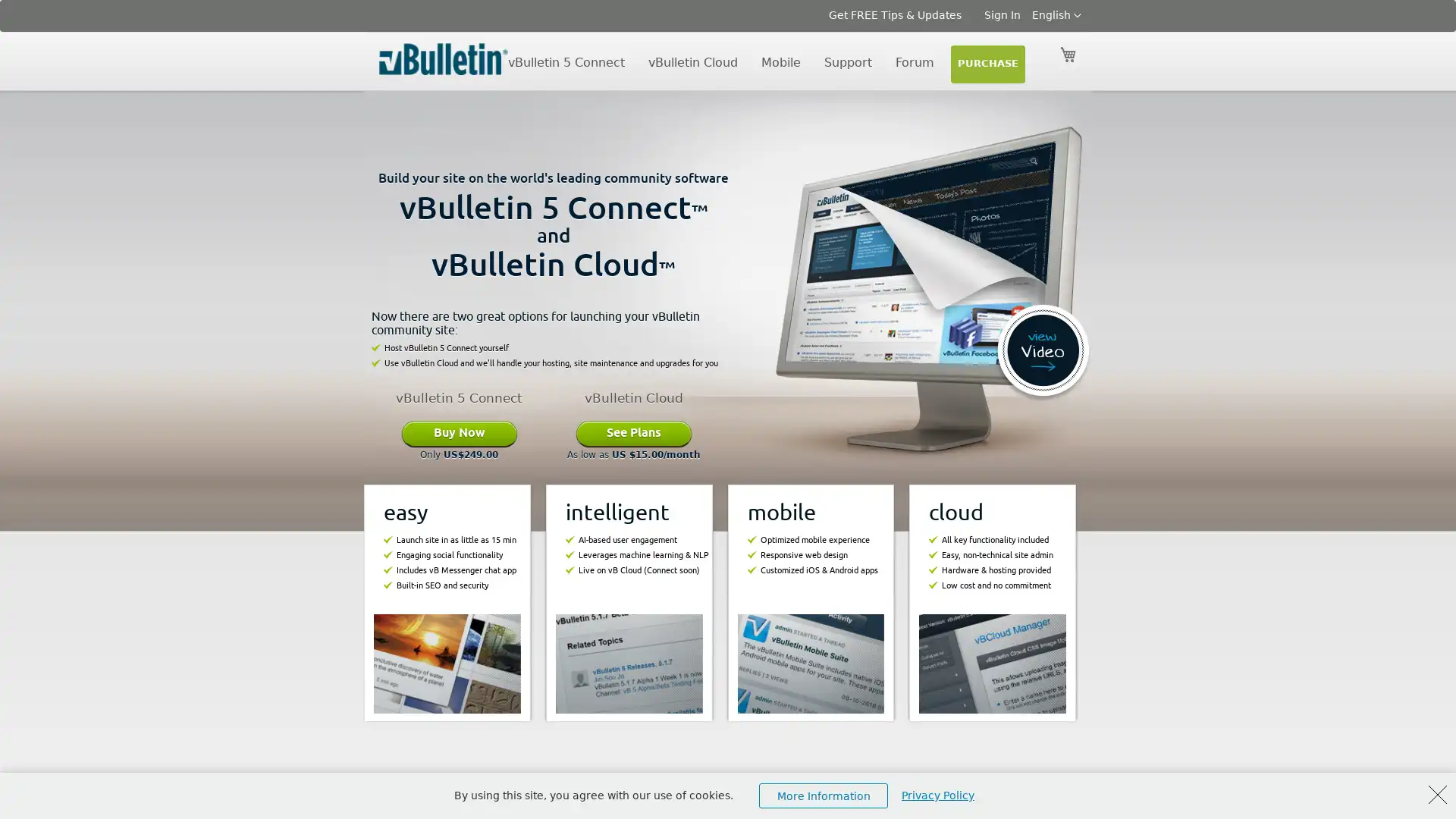 The width and height of the screenshot is (1456, 819). I want to click on WebMD Close, so click(1437, 794).